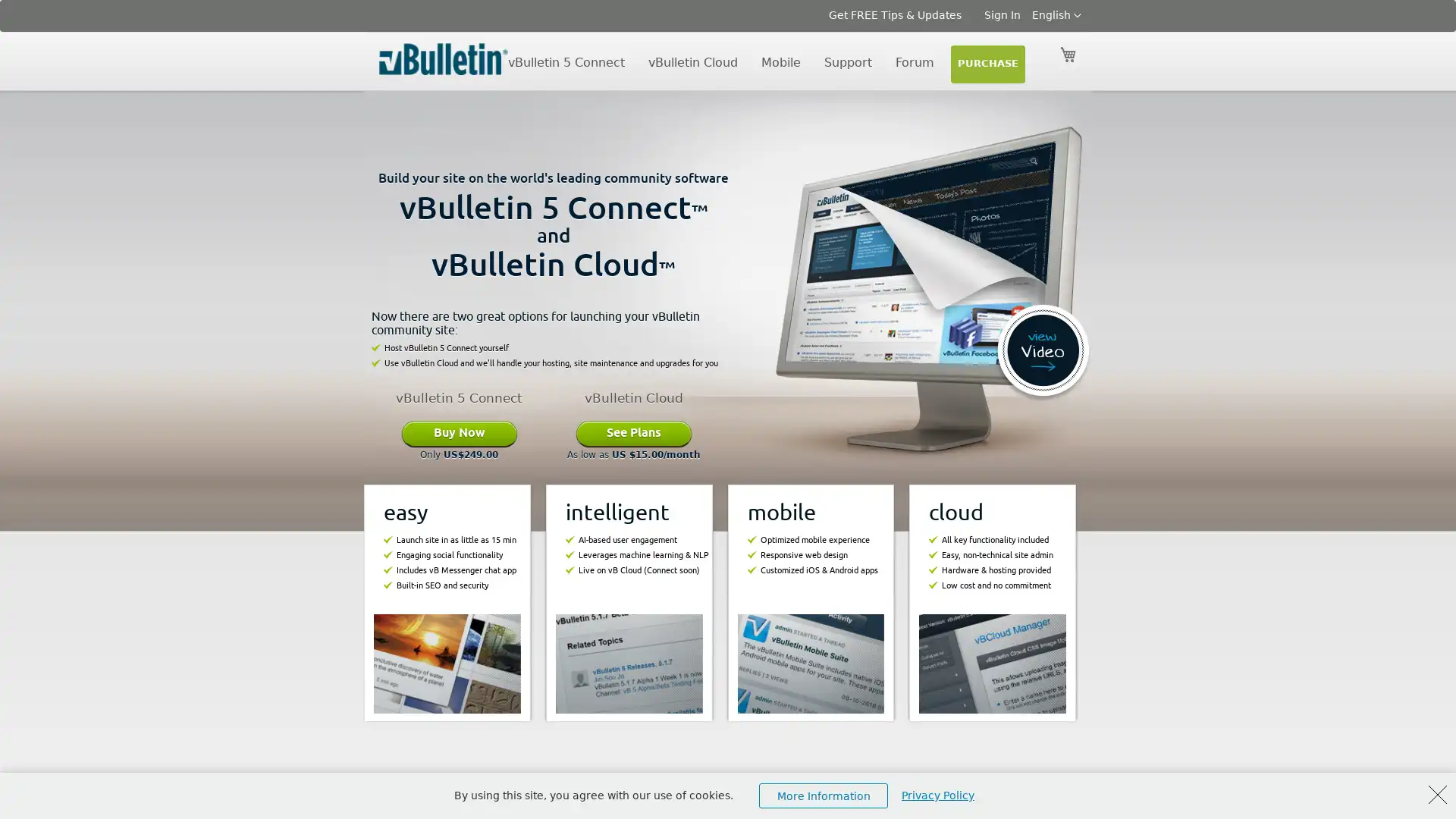 The width and height of the screenshot is (1456, 819). I want to click on WebMD Close, so click(1437, 794).